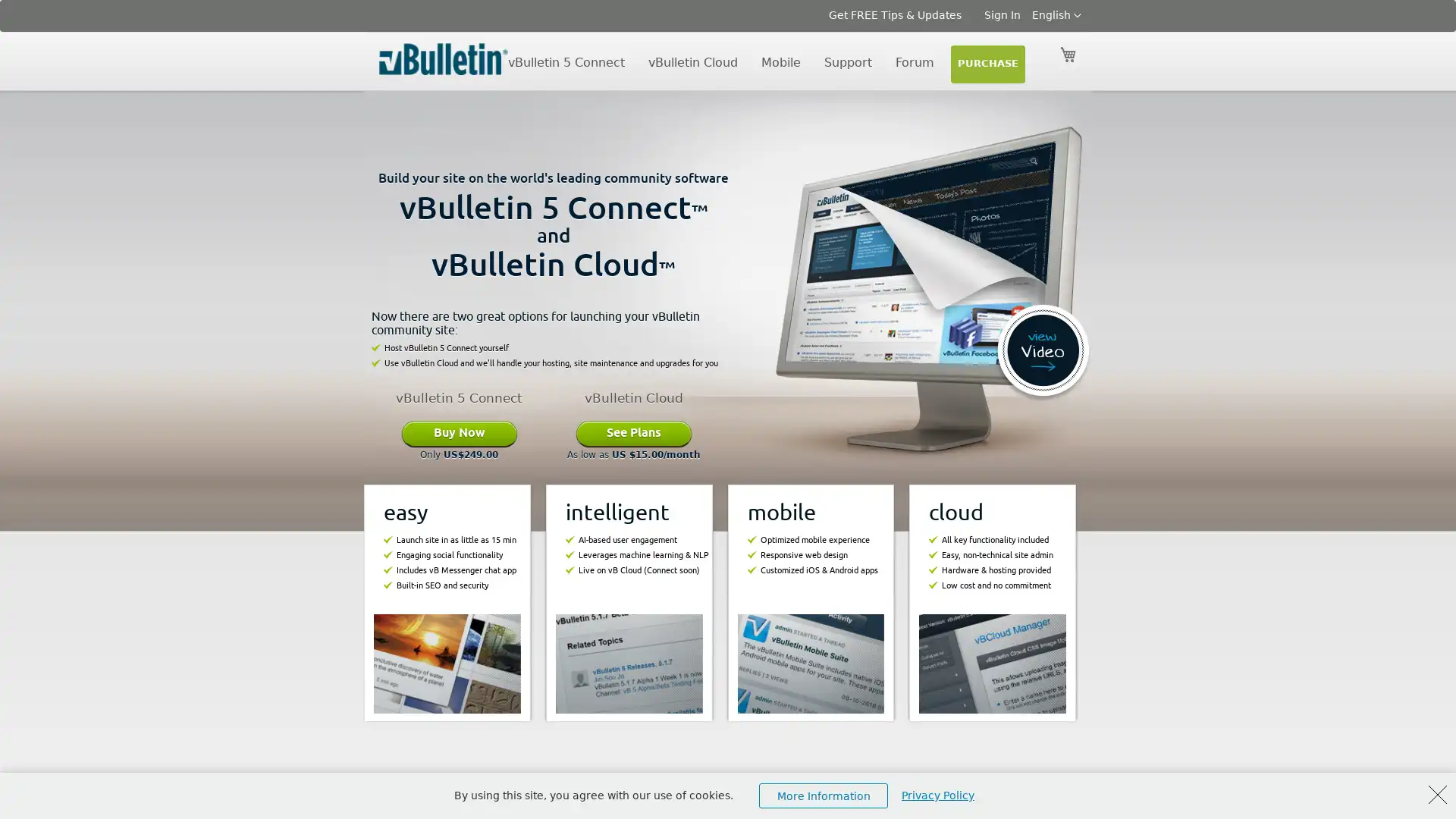 The width and height of the screenshot is (1456, 819). I want to click on WebMD Close, so click(1437, 794).